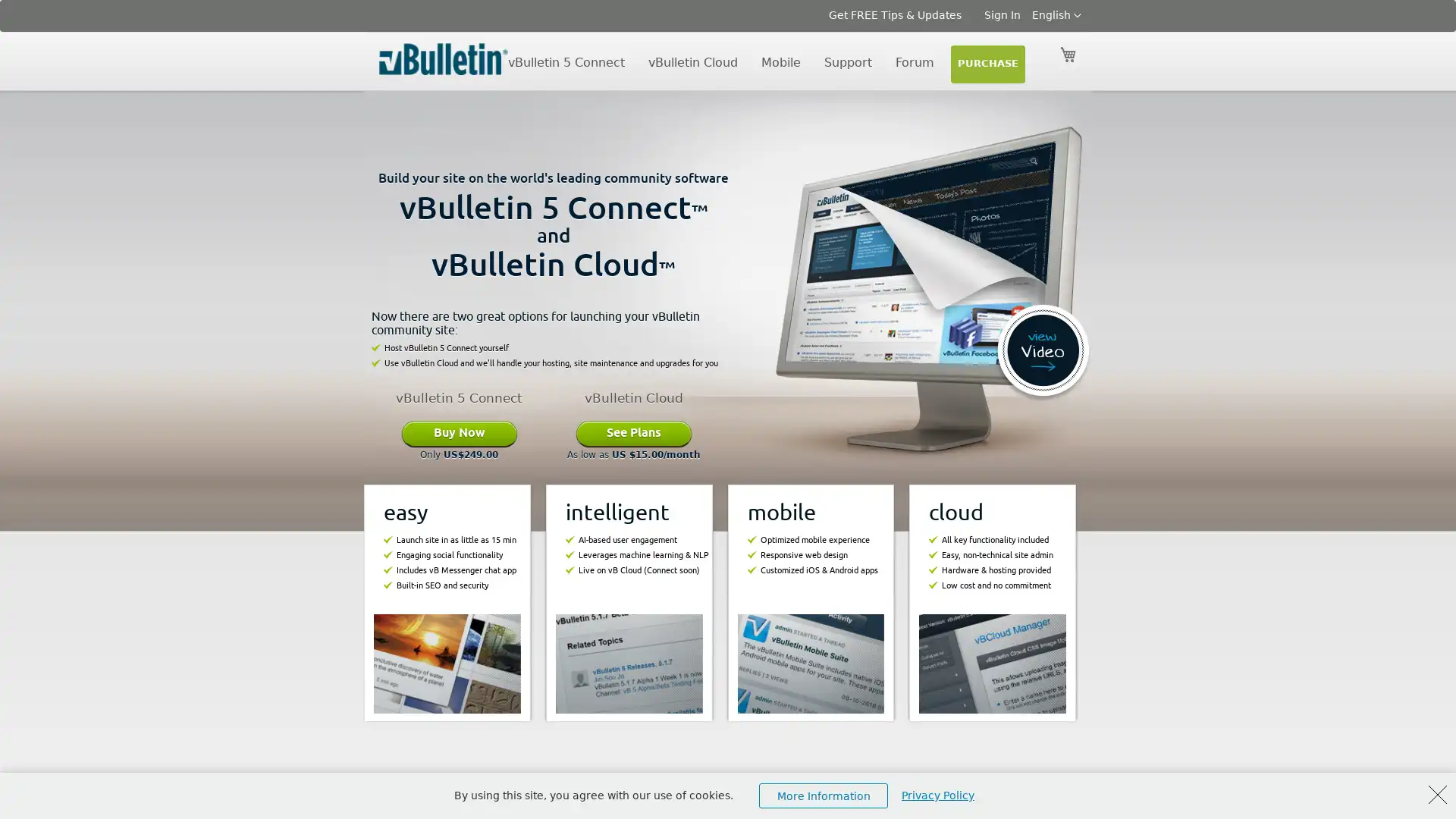 The width and height of the screenshot is (1456, 819). I want to click on WebMD Close, so click(1437, 794).